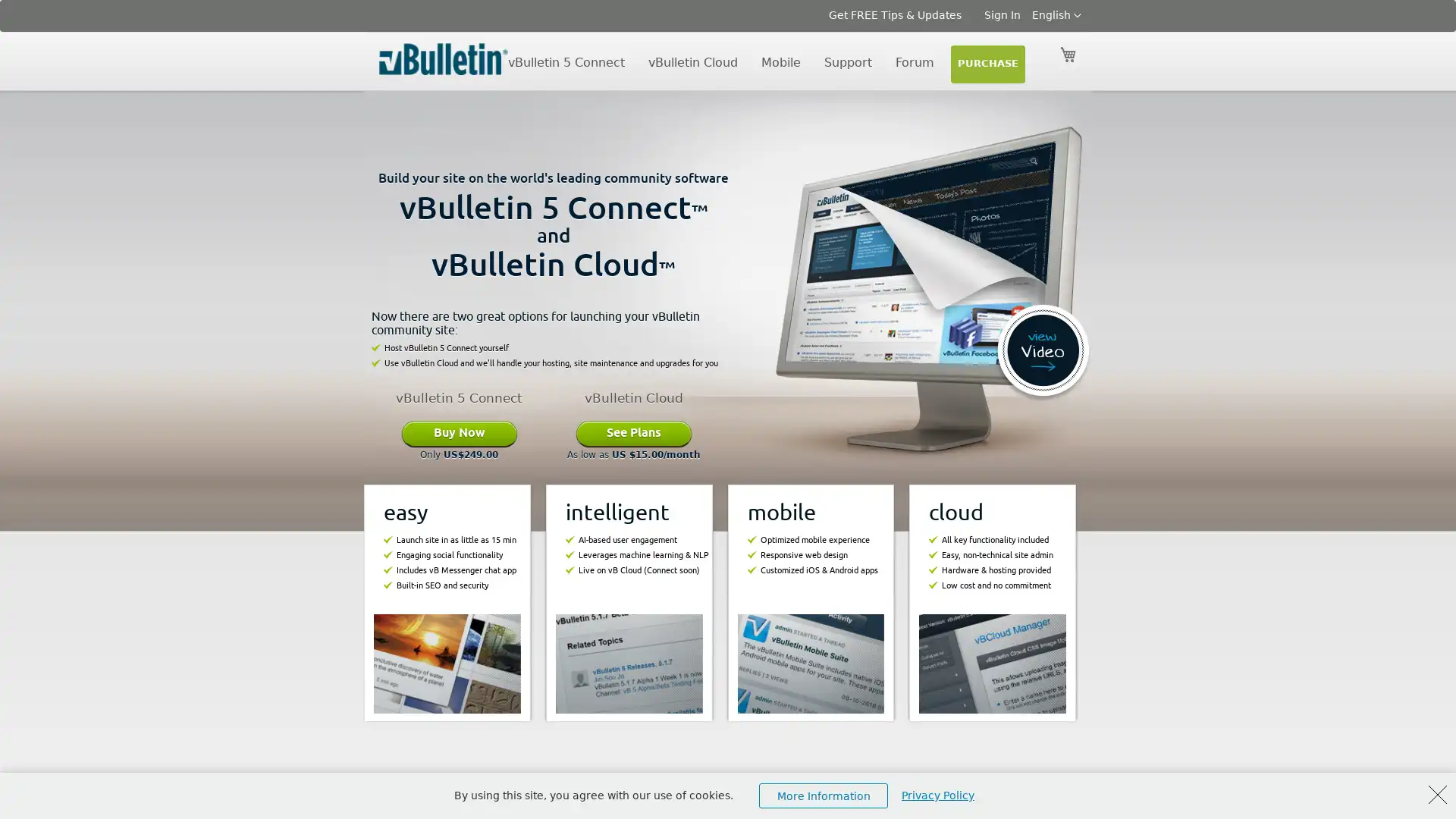 The width and height of the screenshot is (1456, 819). I want to click on WebMD Close, so click(1437, 794).